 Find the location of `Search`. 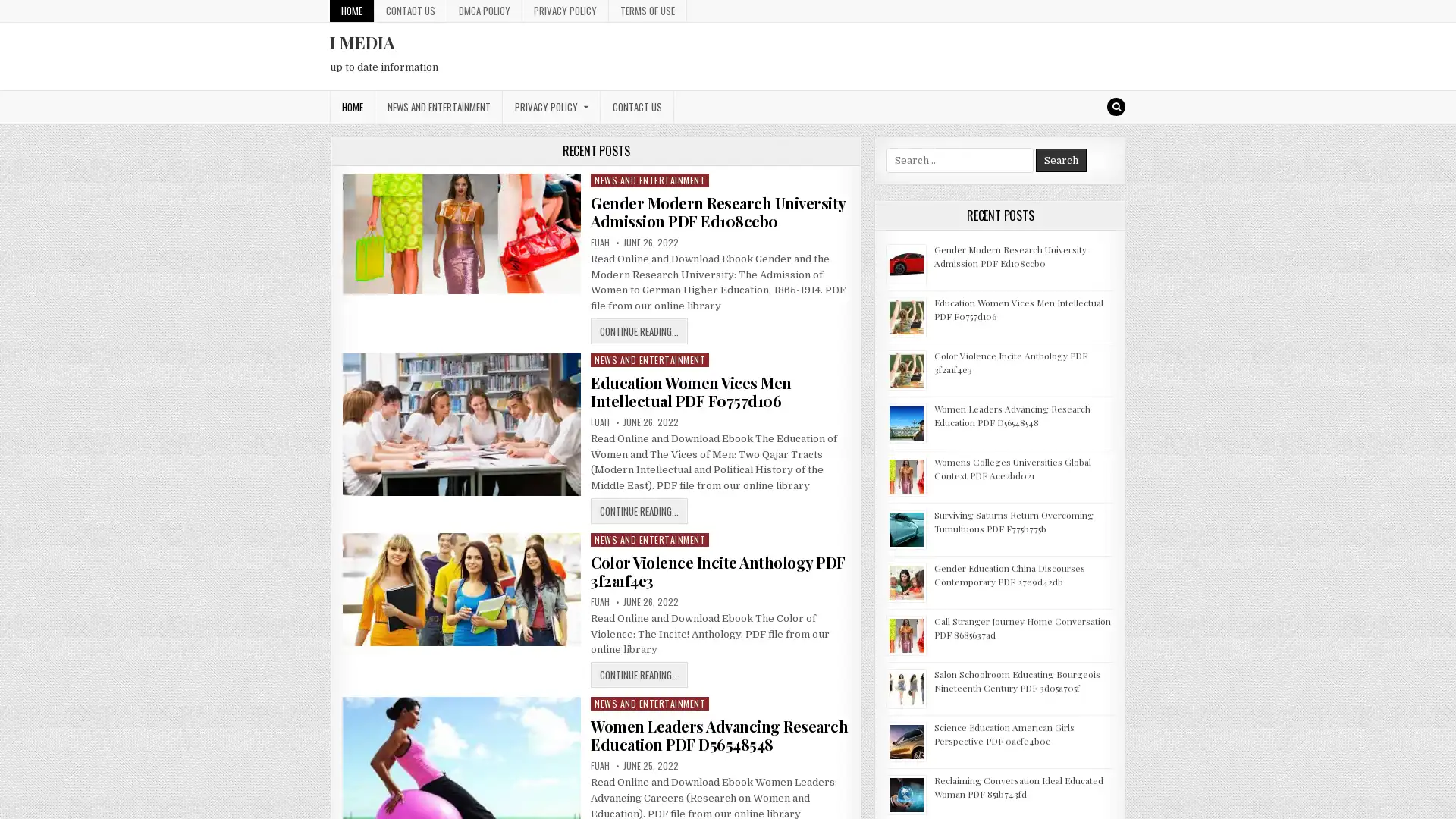

Search is located at coordinates (1060, 160).